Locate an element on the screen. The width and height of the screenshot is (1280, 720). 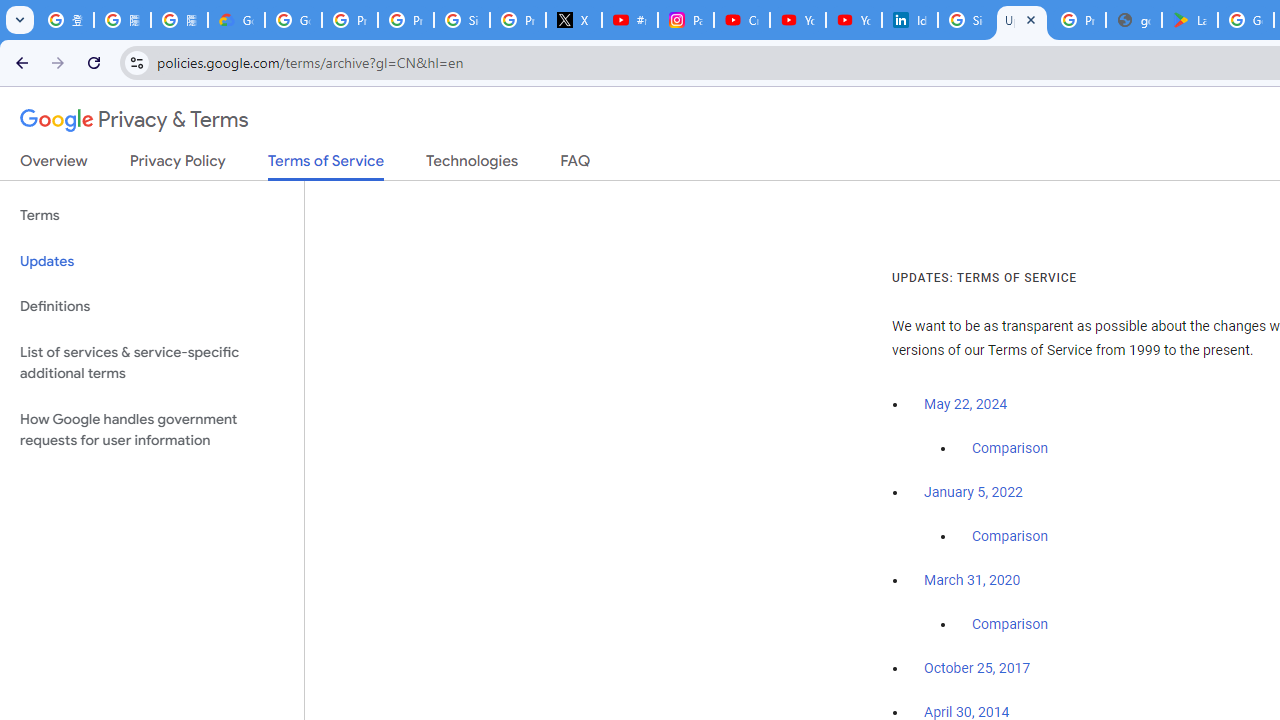
'Last Shelter: Survival - Apps on Google Play' is located at coordinates (1190, 20).